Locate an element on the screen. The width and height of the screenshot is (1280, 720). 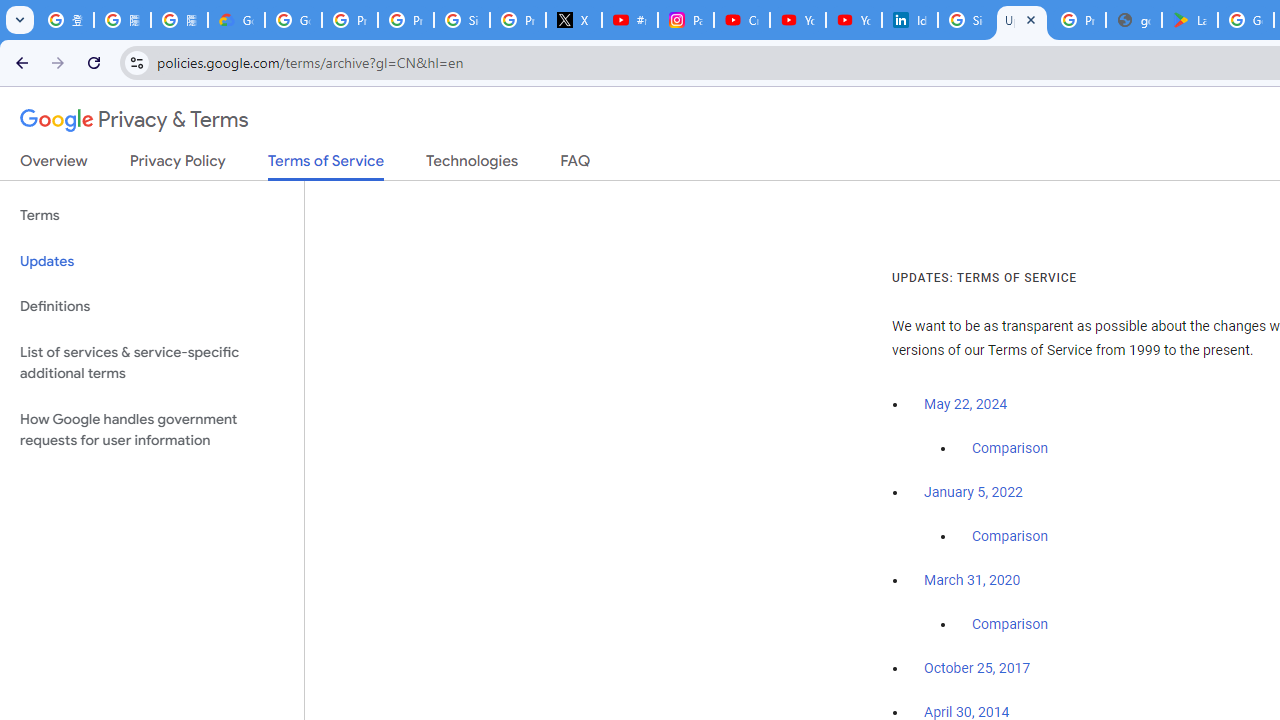
'Last Shelter: Survival - Apps on Google Play' is located at coordinates (1190, 20).